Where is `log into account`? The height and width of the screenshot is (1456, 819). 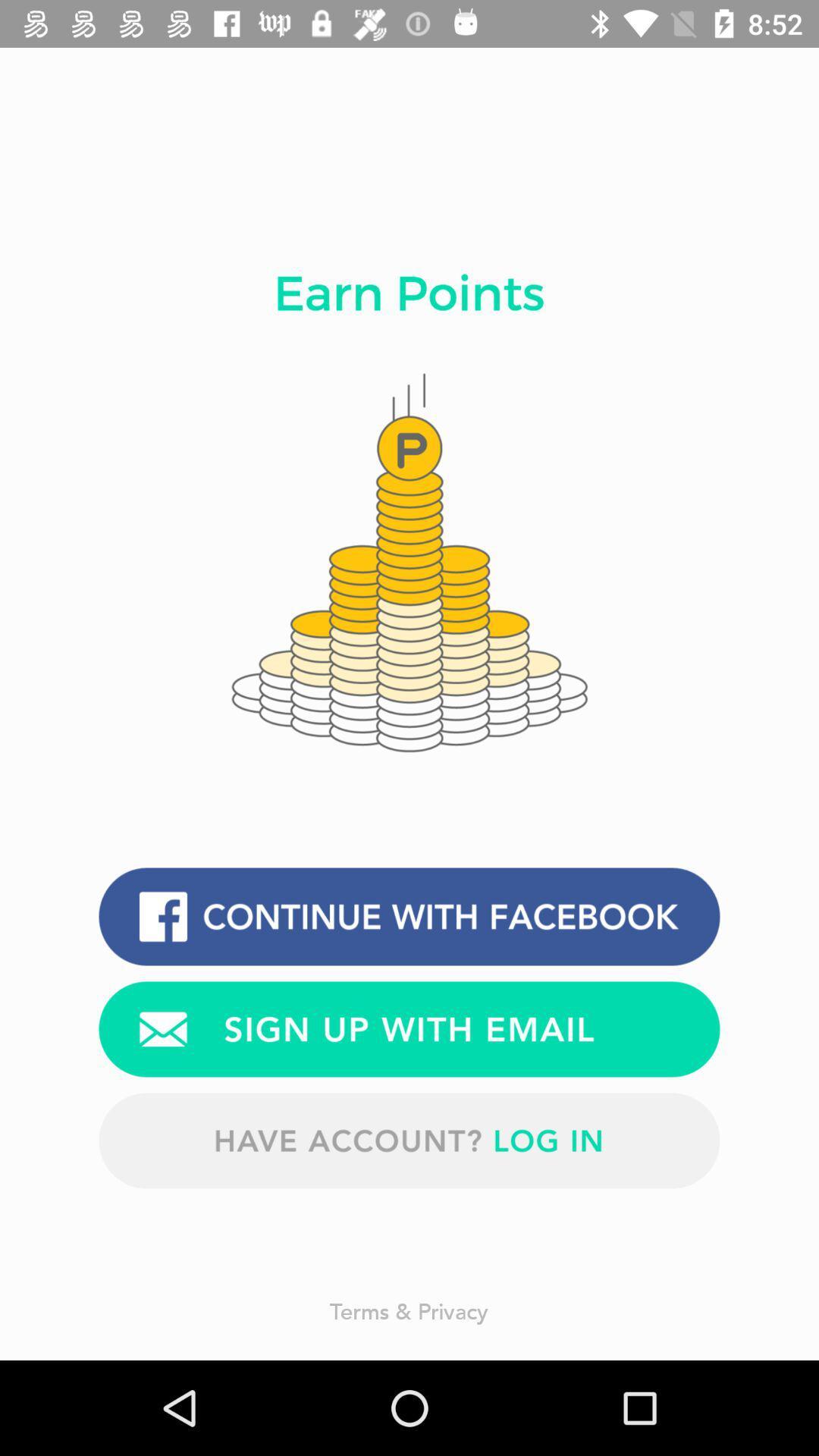
log into account is located at coordinates (409, 1141).